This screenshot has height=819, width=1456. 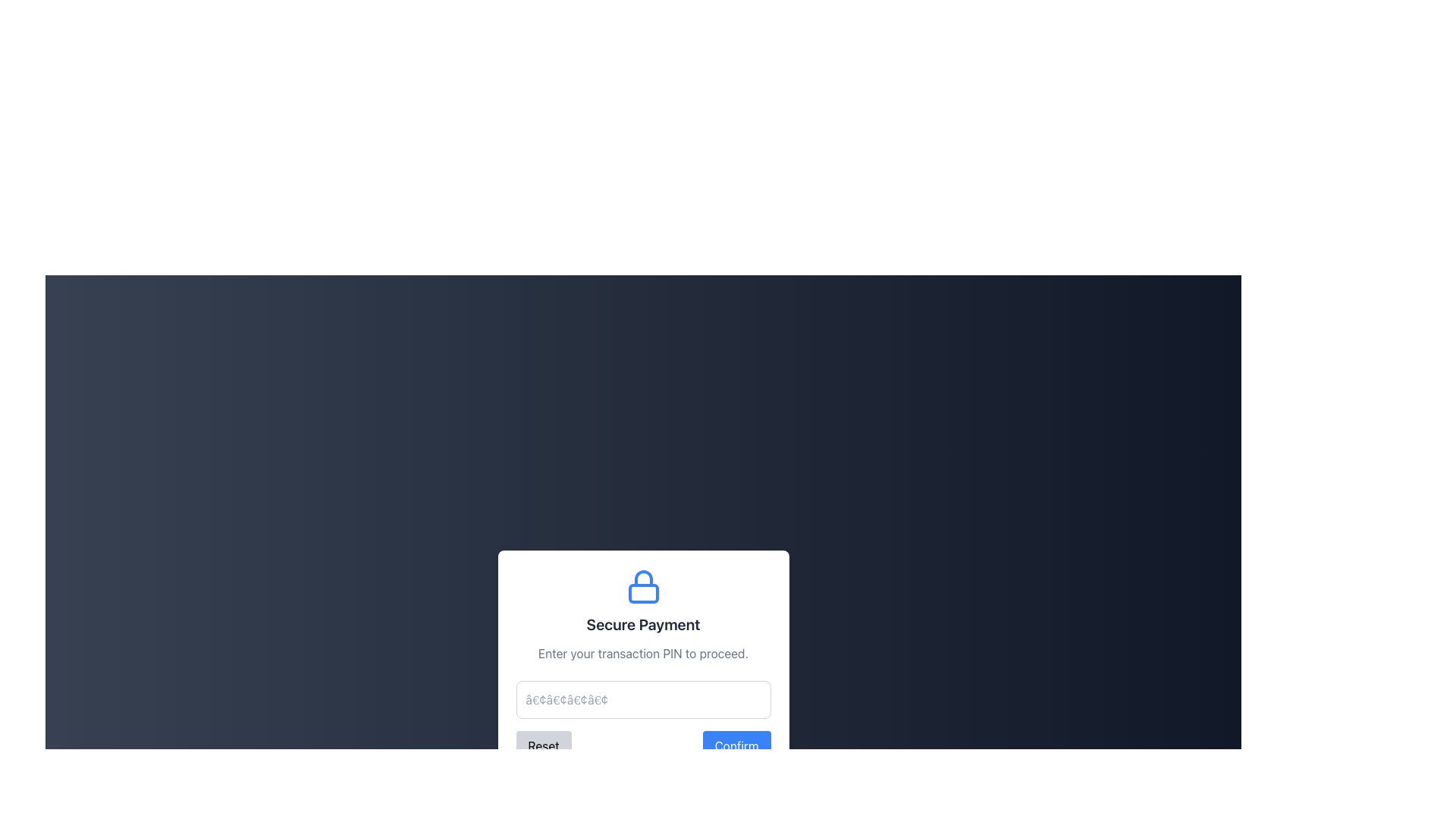 What do you see at coordinates (643, 625) in the screenshot?
I see `the 'Secure Payment' text label, which is styled in bold and larger font, located below a lock icon within a modal` at bounding box center [643, 625].